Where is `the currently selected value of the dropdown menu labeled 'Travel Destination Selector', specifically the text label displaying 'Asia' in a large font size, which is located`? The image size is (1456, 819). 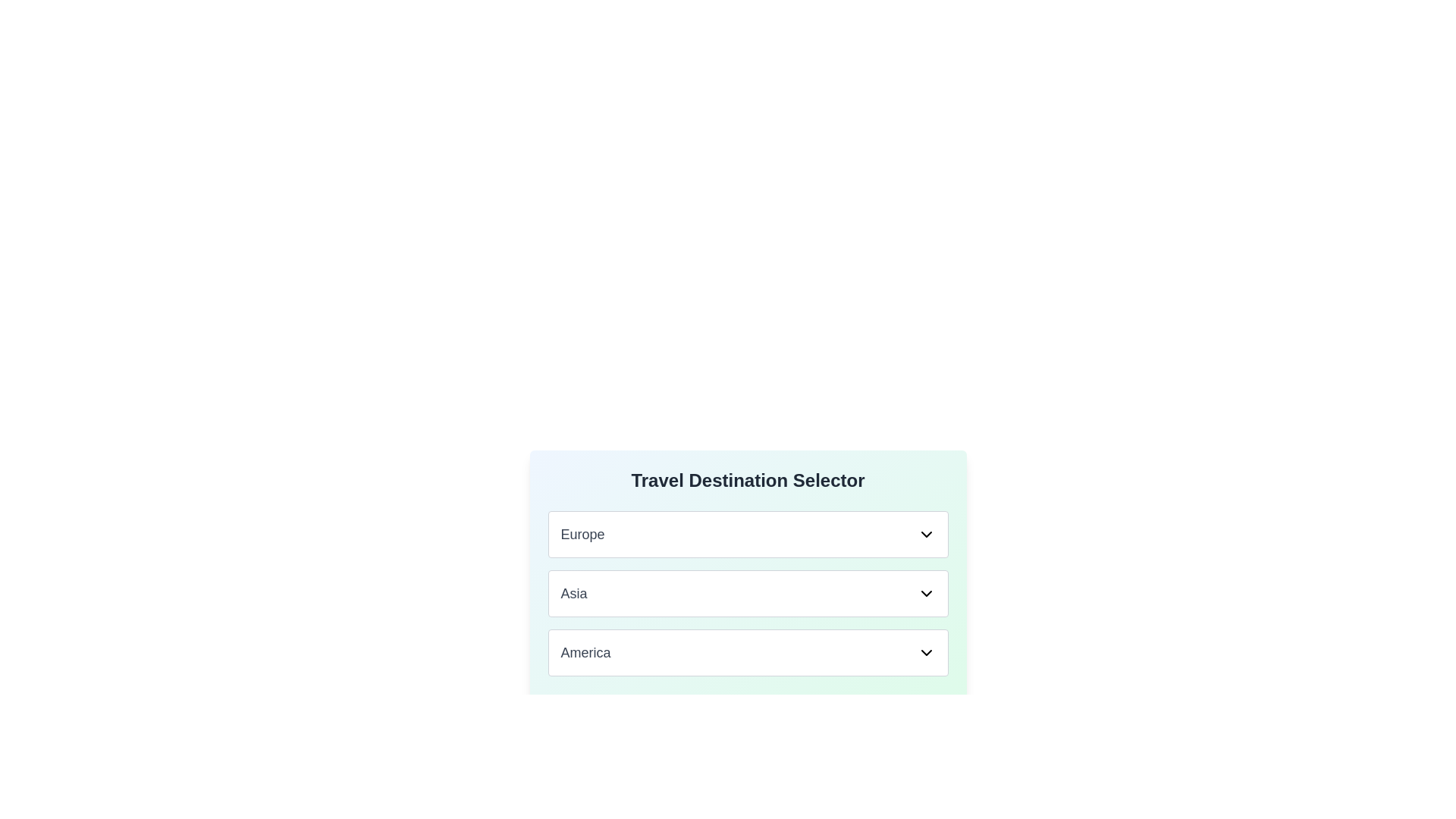
the currently selected value of the dropdown menu labeled 'Travel Destination Selector', specifically the text label displaying 'Asia' in a large font size, which is located is located at coordinates (573, 593).